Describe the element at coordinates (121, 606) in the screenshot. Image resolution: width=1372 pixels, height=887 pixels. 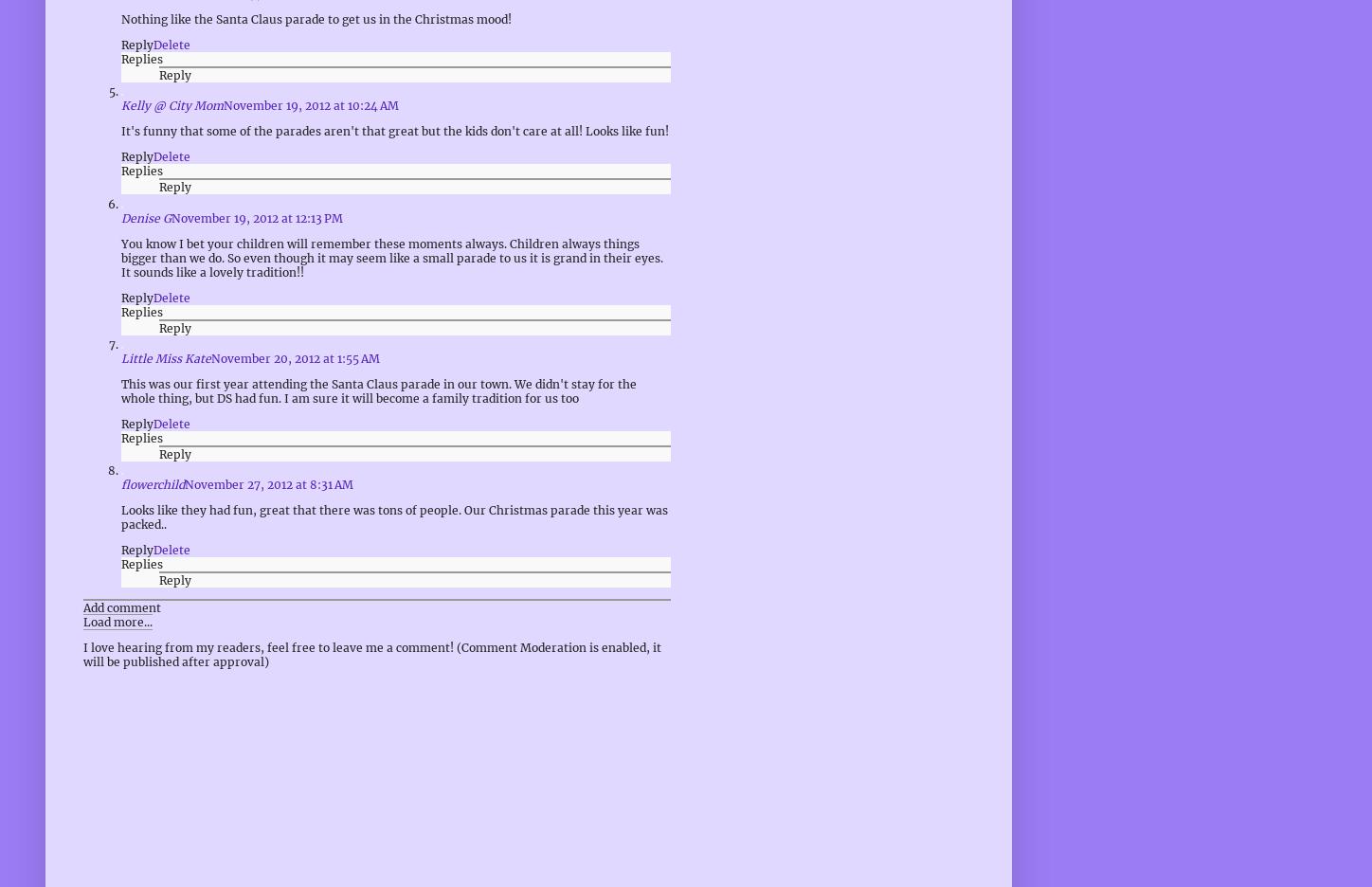
I see `'Add comment'` at that location.